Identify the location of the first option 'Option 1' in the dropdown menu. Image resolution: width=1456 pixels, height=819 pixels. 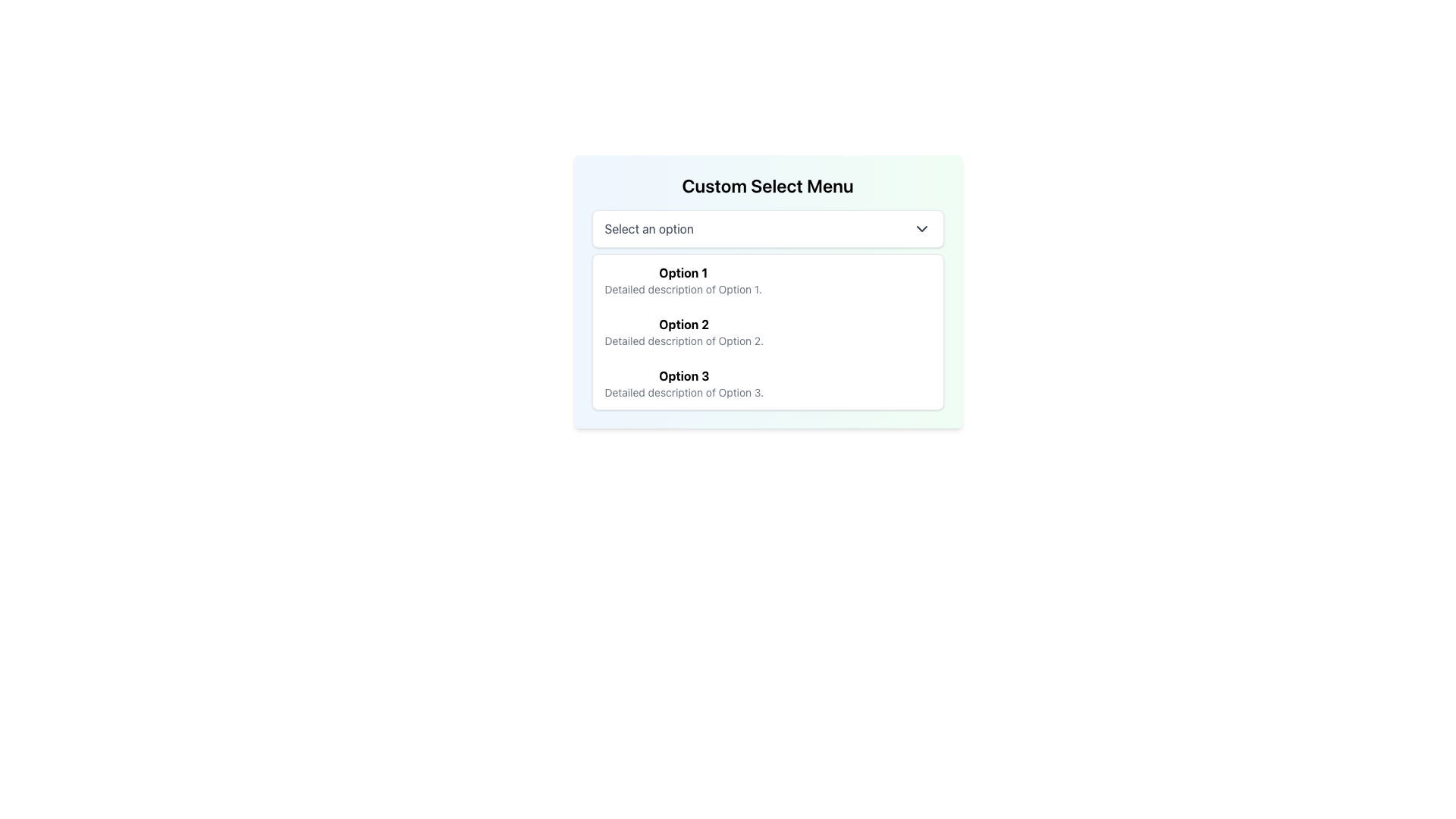
(767, 281).